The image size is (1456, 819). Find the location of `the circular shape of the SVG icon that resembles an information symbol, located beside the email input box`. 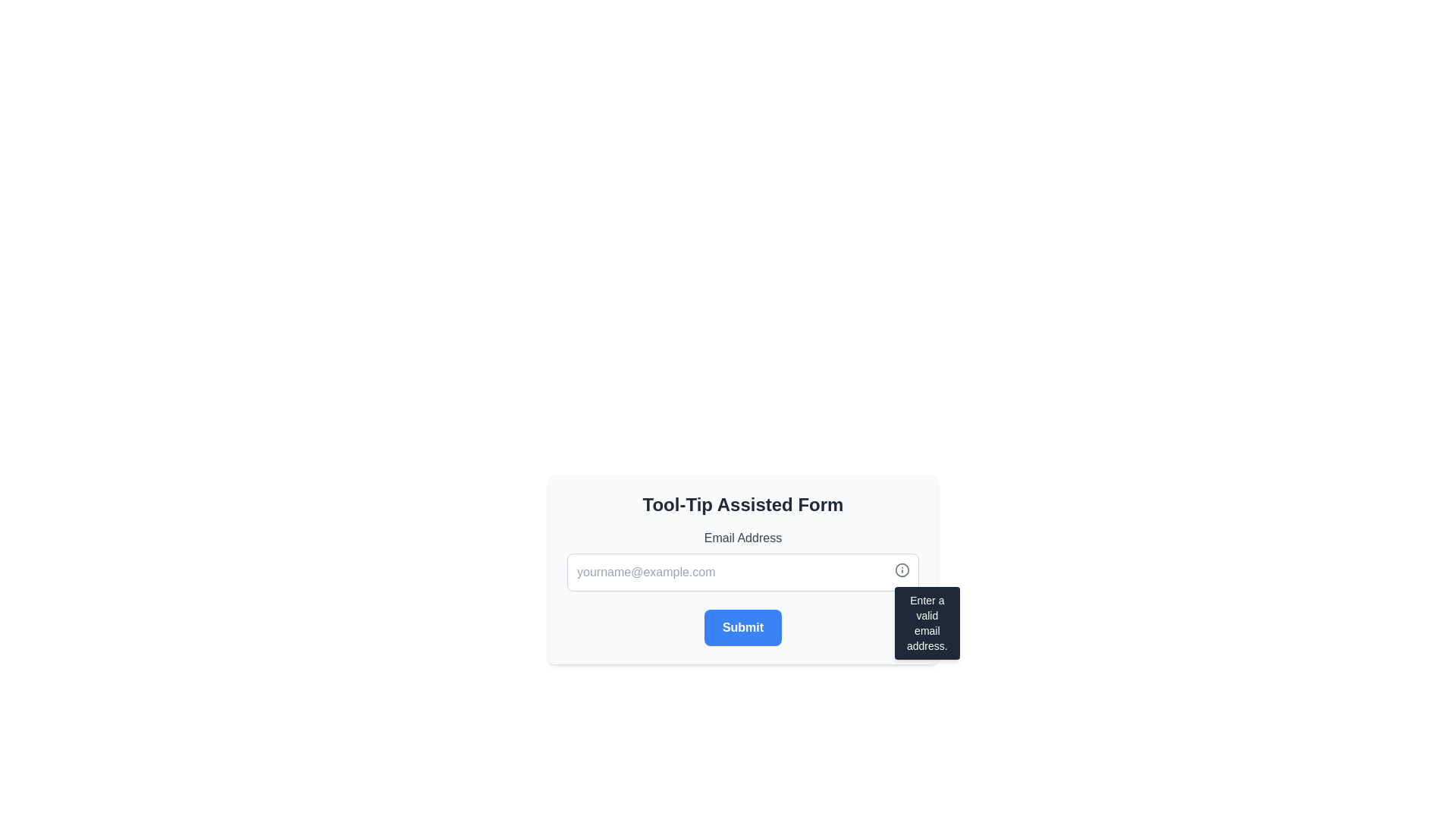

the circular shape of the SVG icon that resembles an information symbol, located beside the email input box is located at coordinates (902, 570).